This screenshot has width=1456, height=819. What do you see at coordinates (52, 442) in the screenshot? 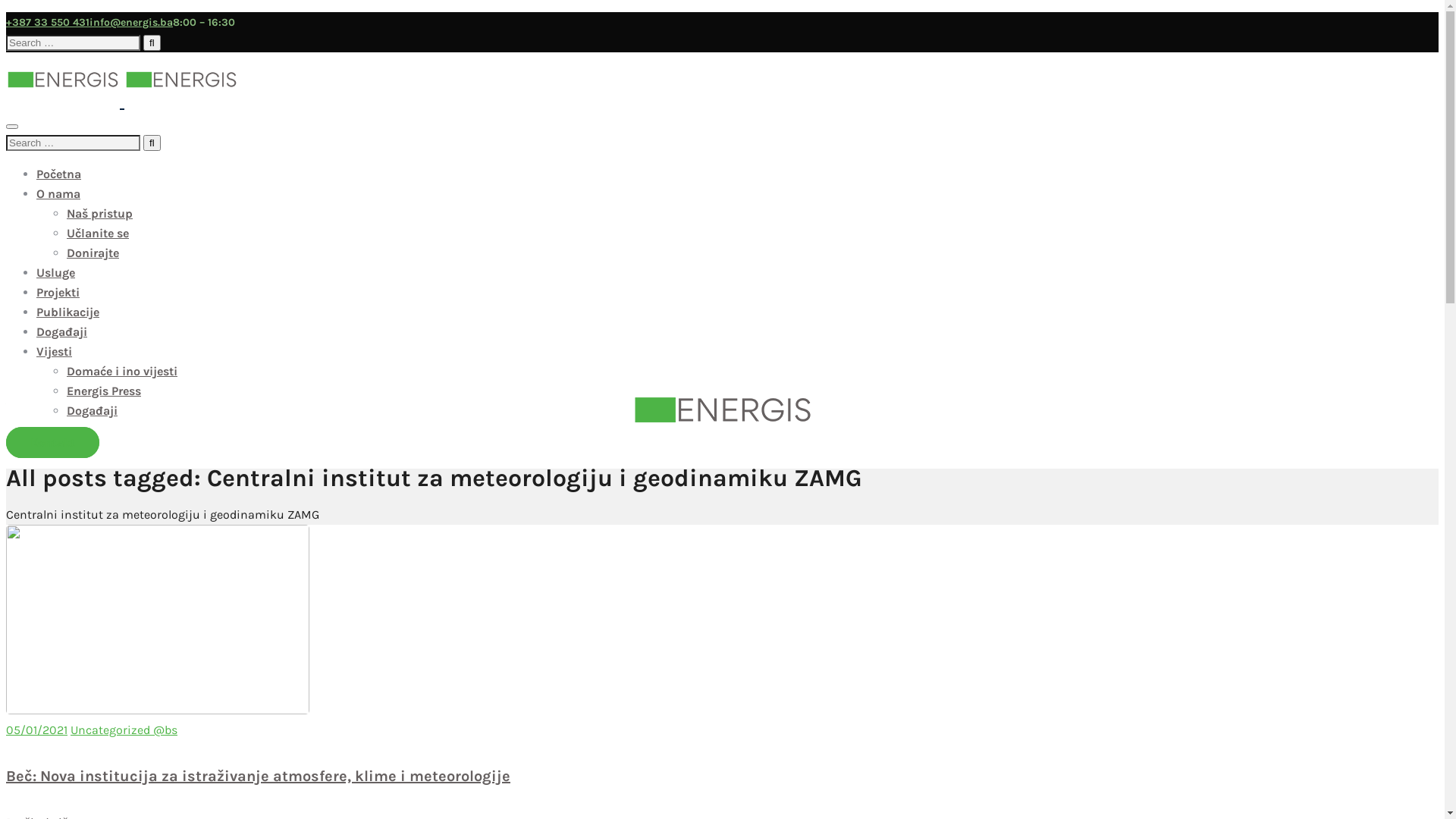
I see `'Kontakt'` at bounding box center [52, 442].